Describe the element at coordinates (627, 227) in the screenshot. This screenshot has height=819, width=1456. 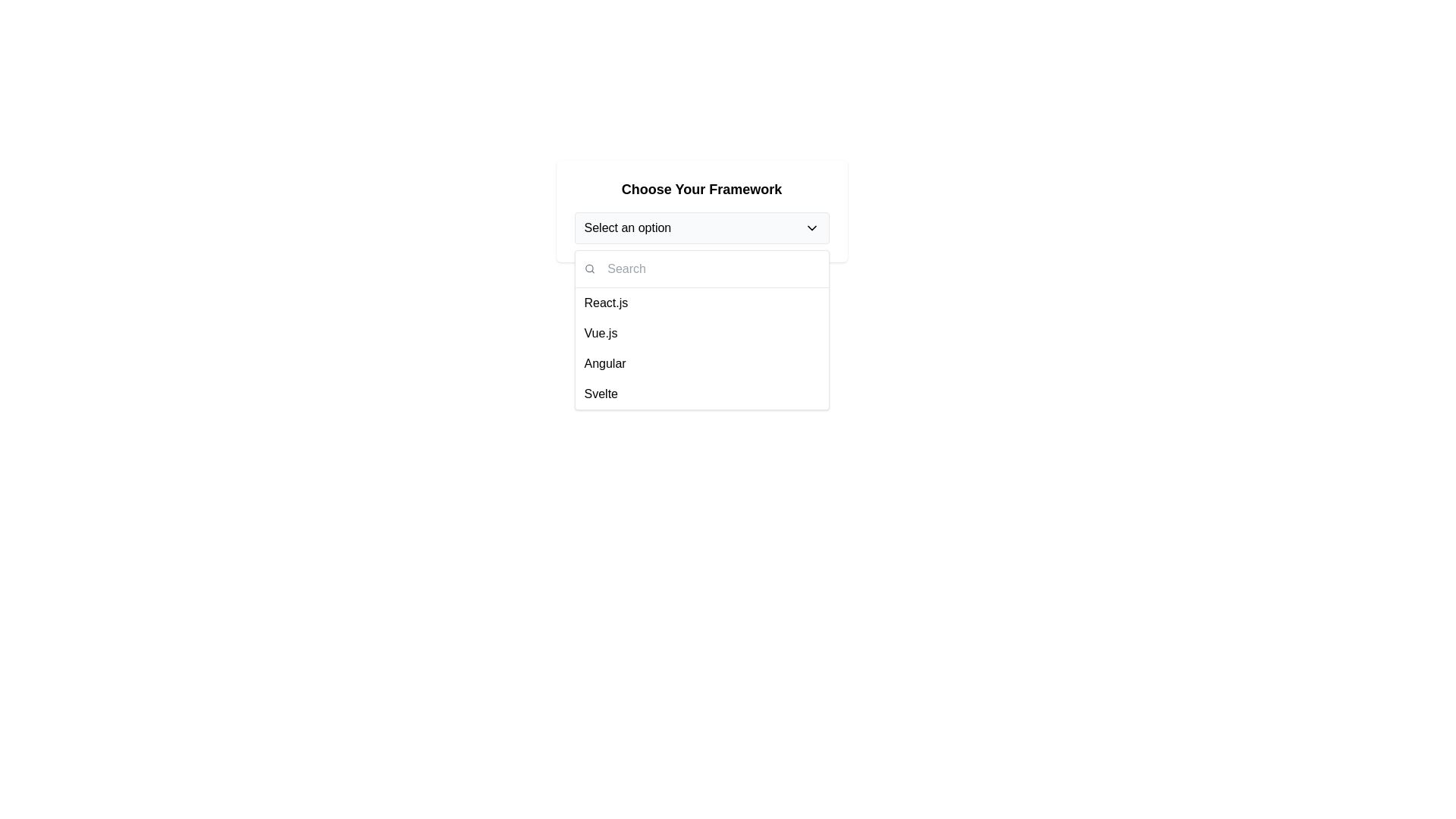
I see `the text label within the dropdown menu that allows users` at that location.